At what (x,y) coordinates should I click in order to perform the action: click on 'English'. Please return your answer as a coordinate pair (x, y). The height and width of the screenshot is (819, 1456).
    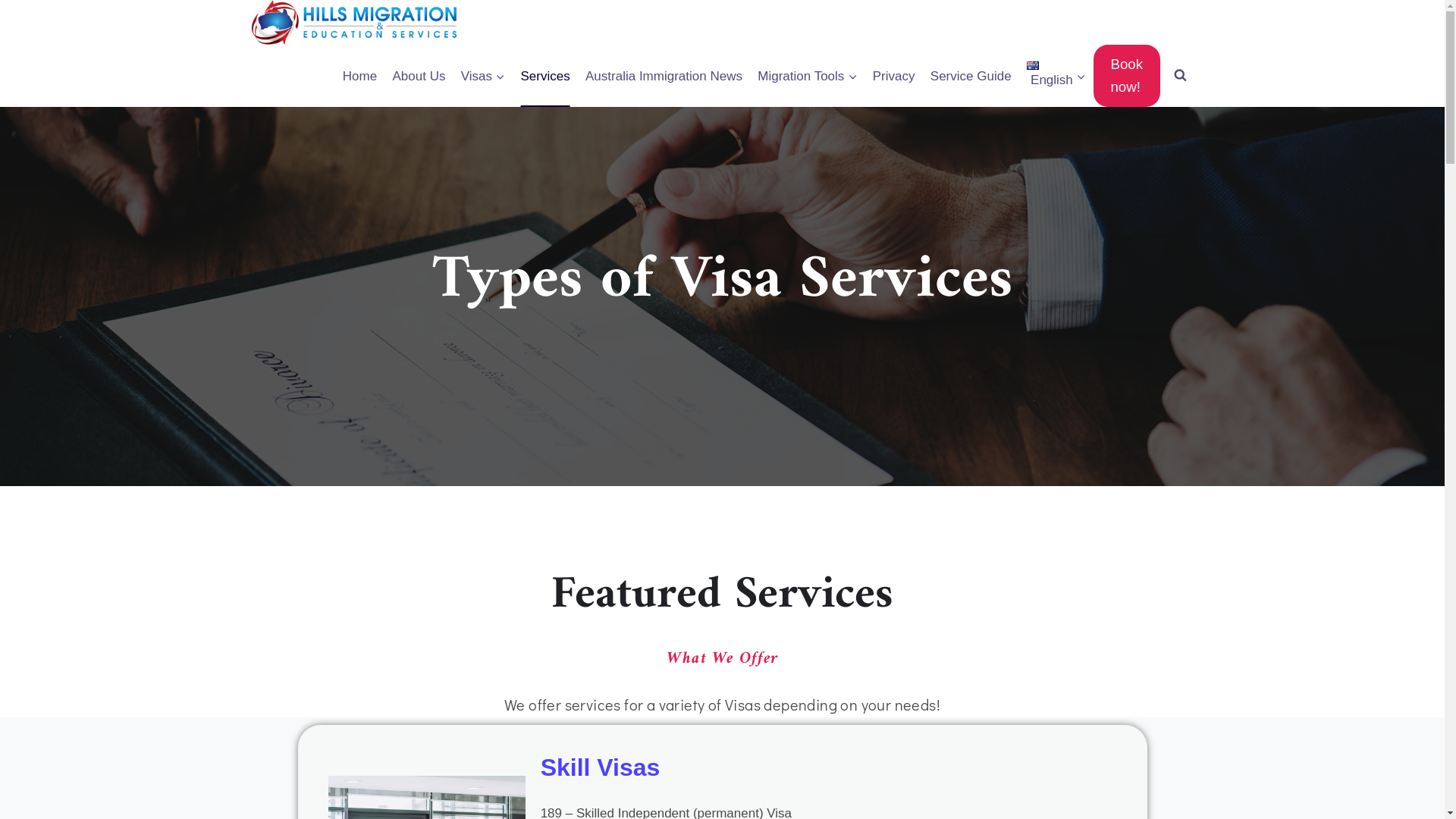
    Looking at the image, I should click on (1055, 76).